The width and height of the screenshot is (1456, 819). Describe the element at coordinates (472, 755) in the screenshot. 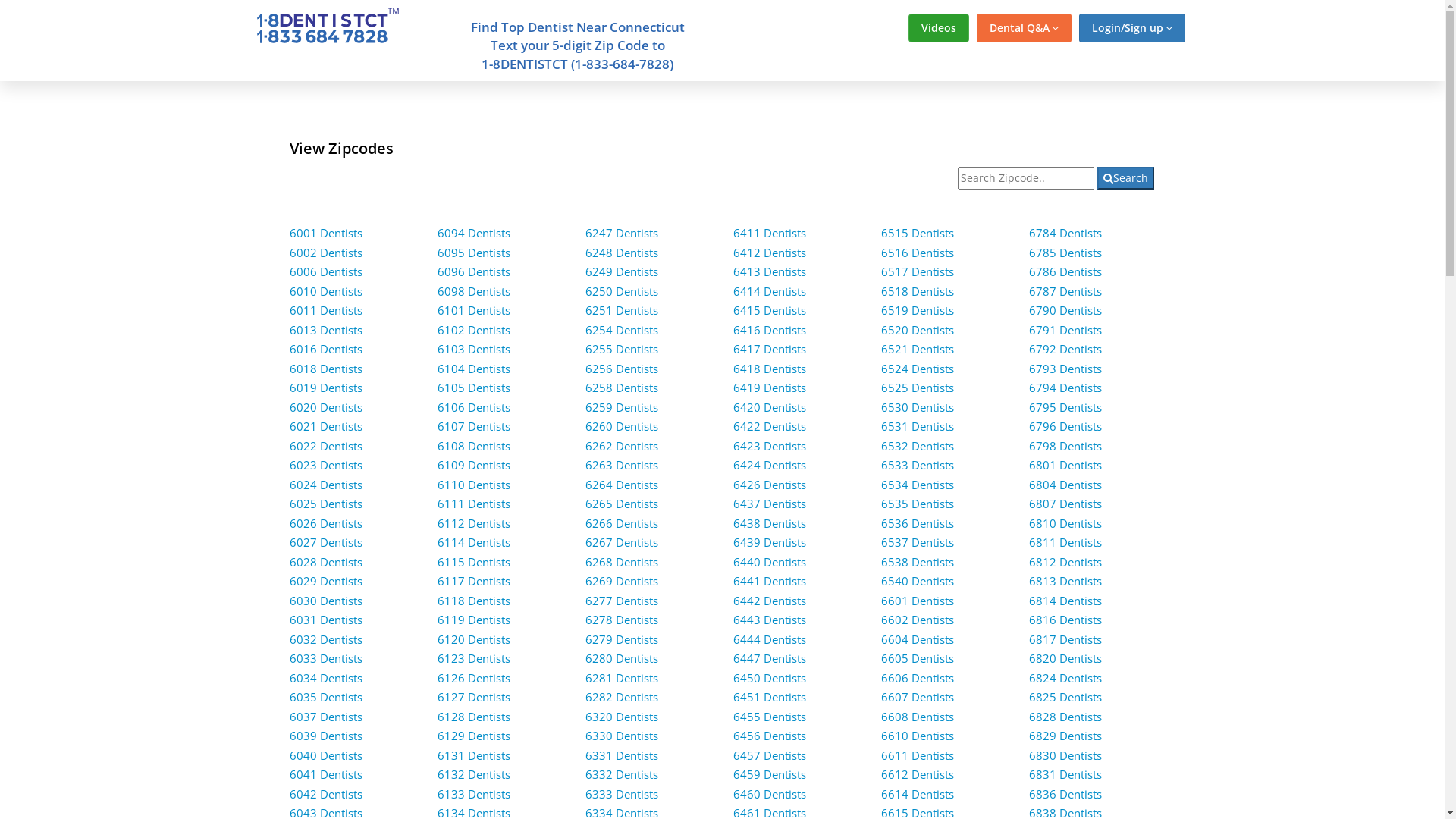

I see `'6131 Dentists'` at that location.